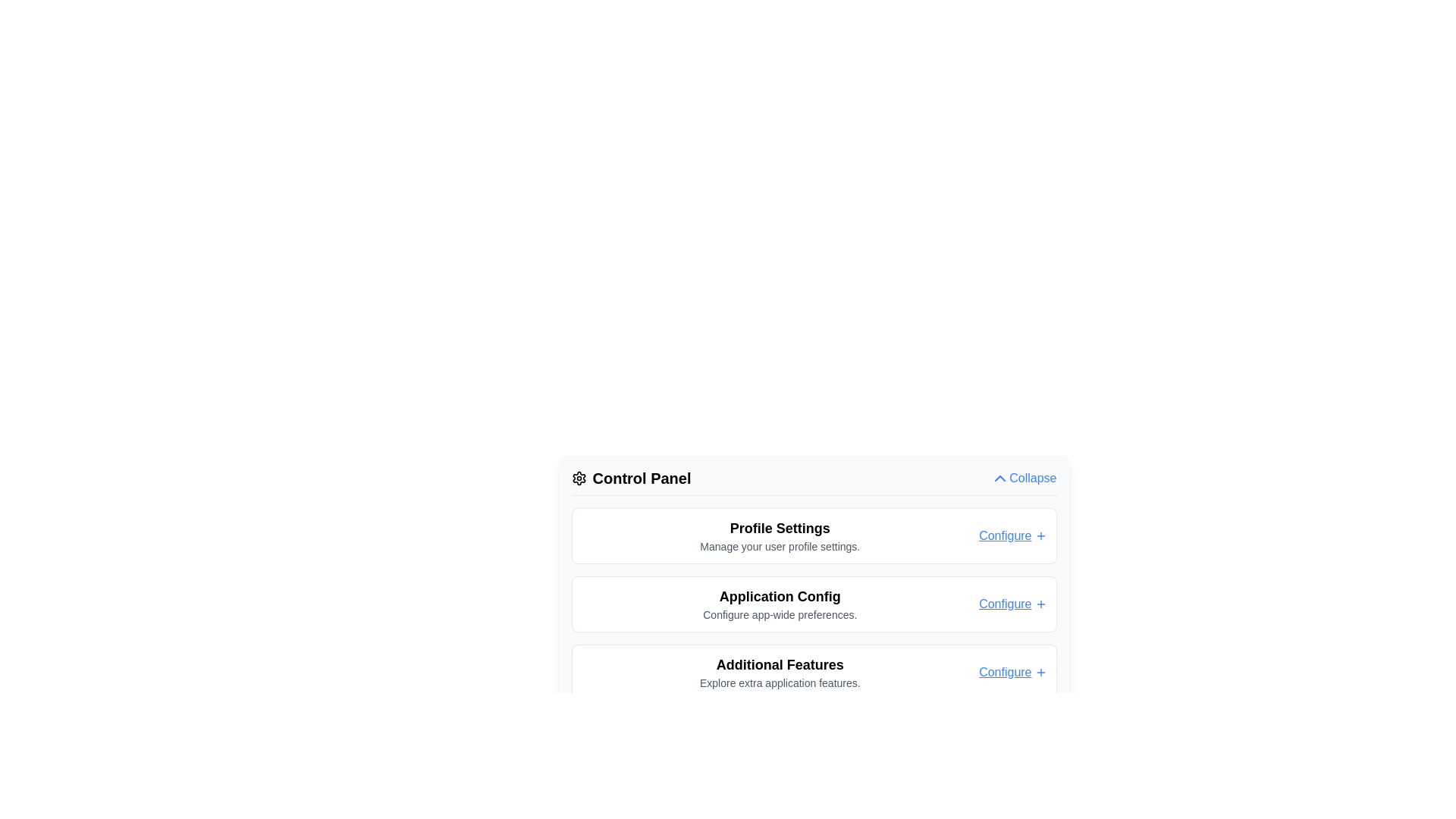  I want to click on the 'Profile Settings' text label which serves as the section heading for user profile settings, so click(780, 528).